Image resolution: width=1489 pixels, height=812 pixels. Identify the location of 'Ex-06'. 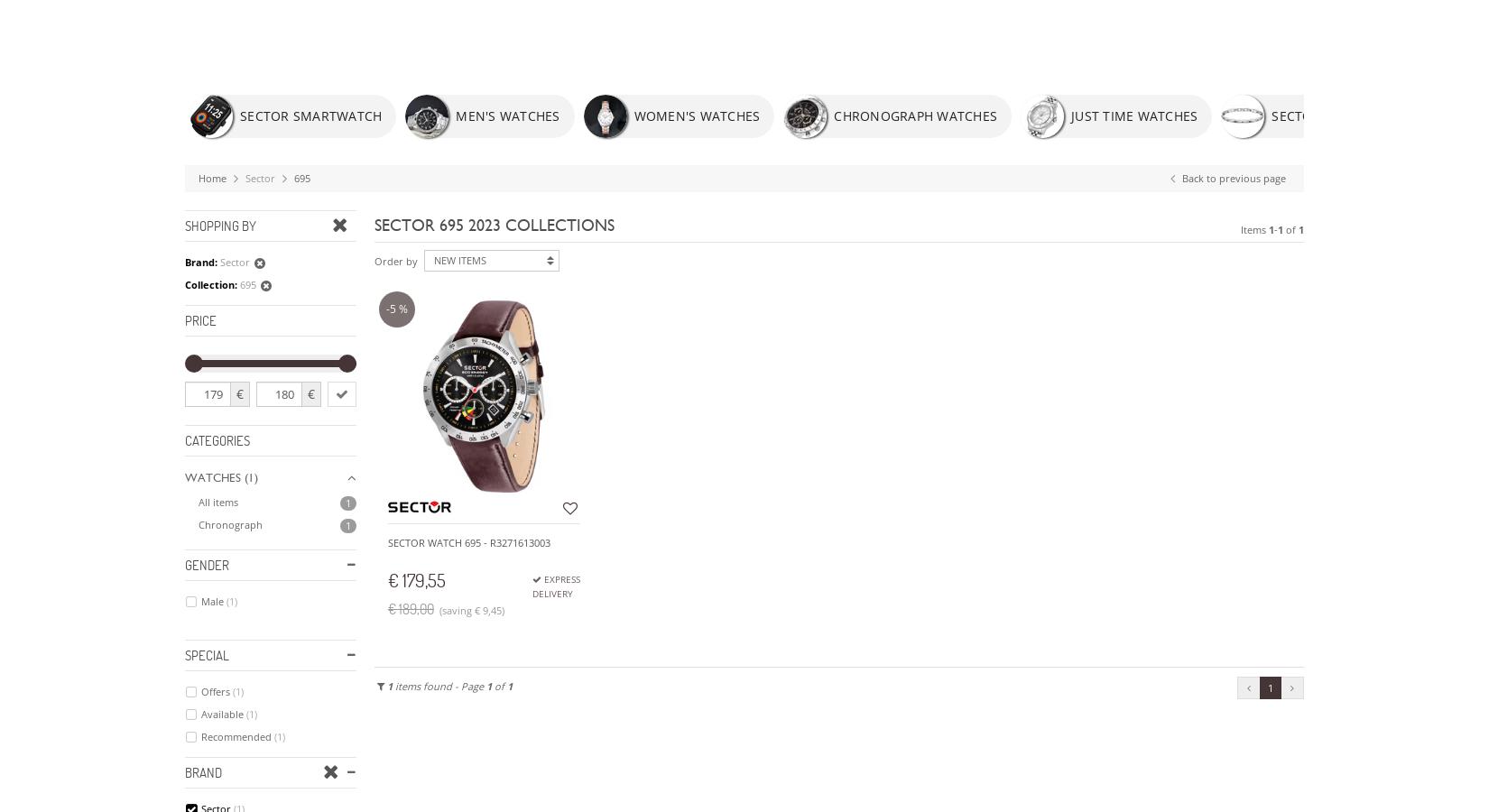
(213, 241).